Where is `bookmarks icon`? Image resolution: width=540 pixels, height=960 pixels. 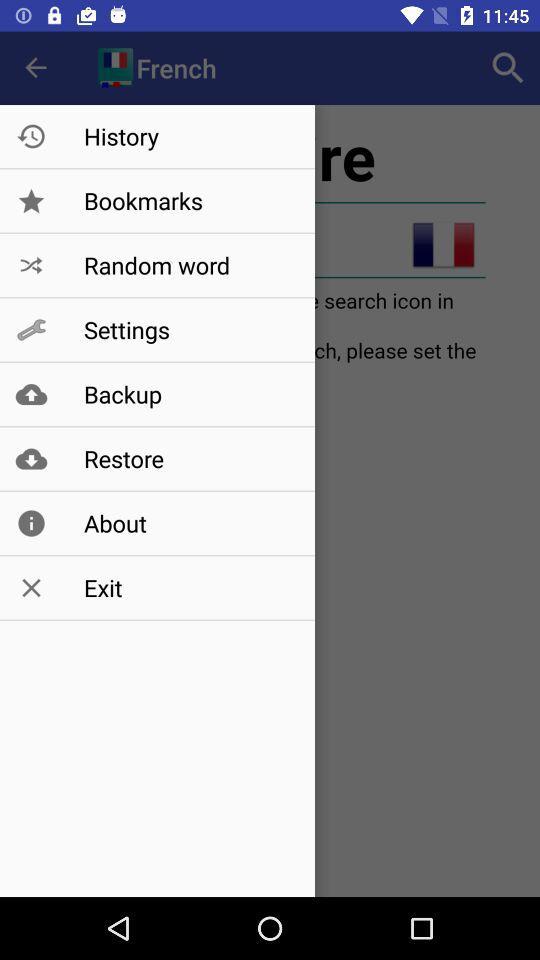 bookmarks icon is located at coordinates (189, 201).